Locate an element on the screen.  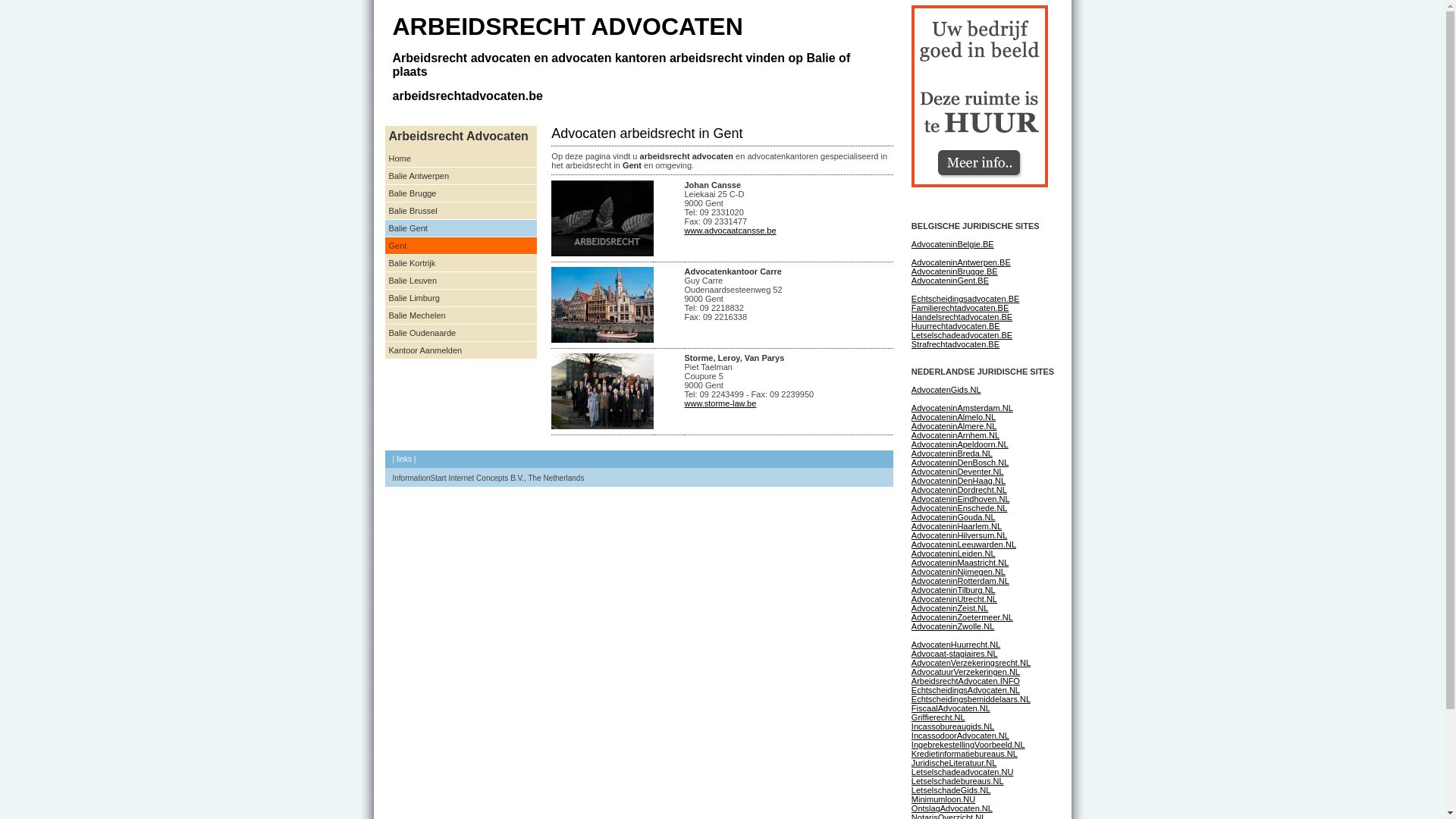
'Kantoor Aanmelden' is located at coordinates (460, 350).